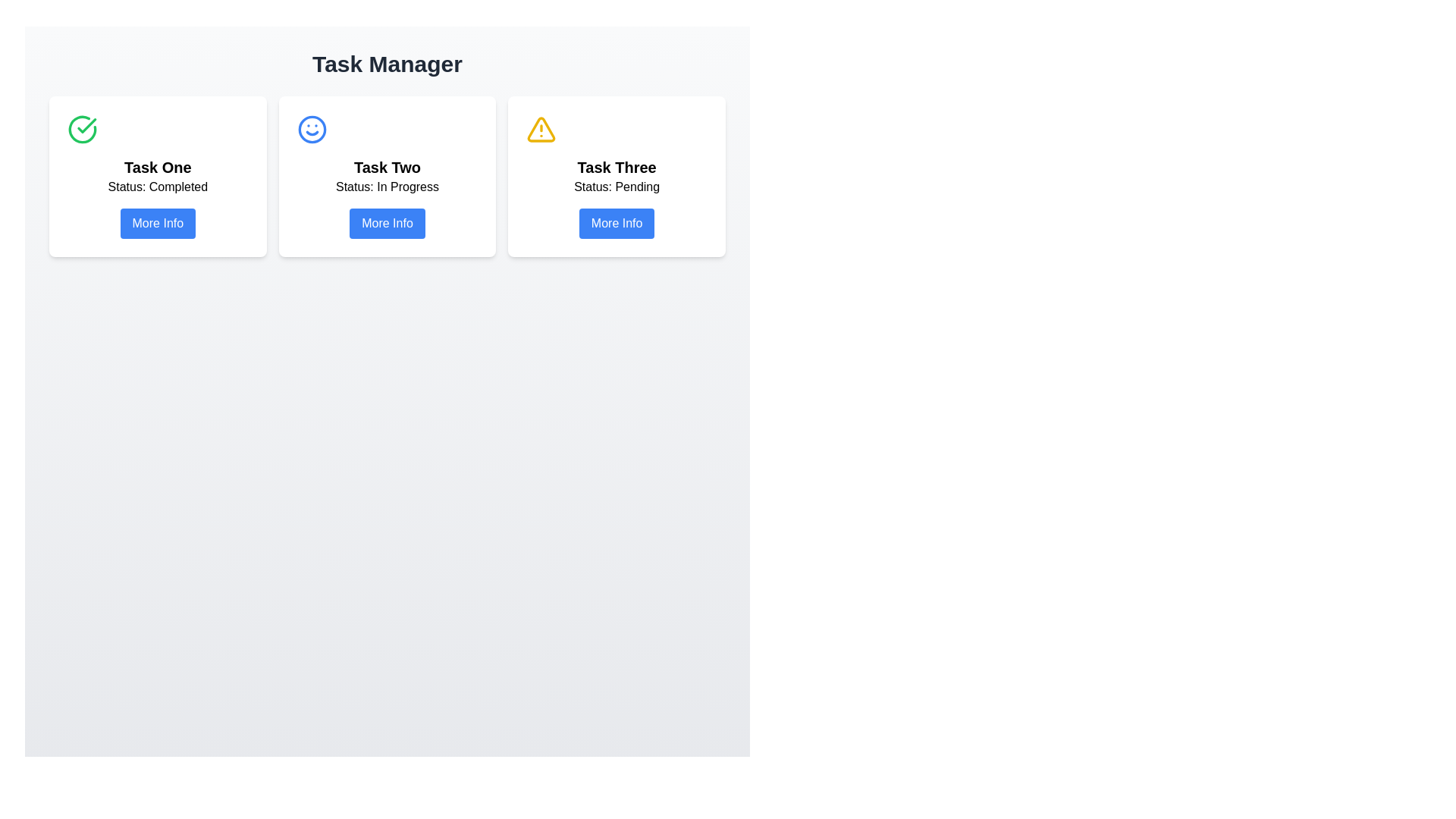  Describe the element at coordinates (82, 128) in the screenshot. I see `the completion status icon located at the top-left corner of the 'Task One' card, which indicates the task's completion status` at that location.